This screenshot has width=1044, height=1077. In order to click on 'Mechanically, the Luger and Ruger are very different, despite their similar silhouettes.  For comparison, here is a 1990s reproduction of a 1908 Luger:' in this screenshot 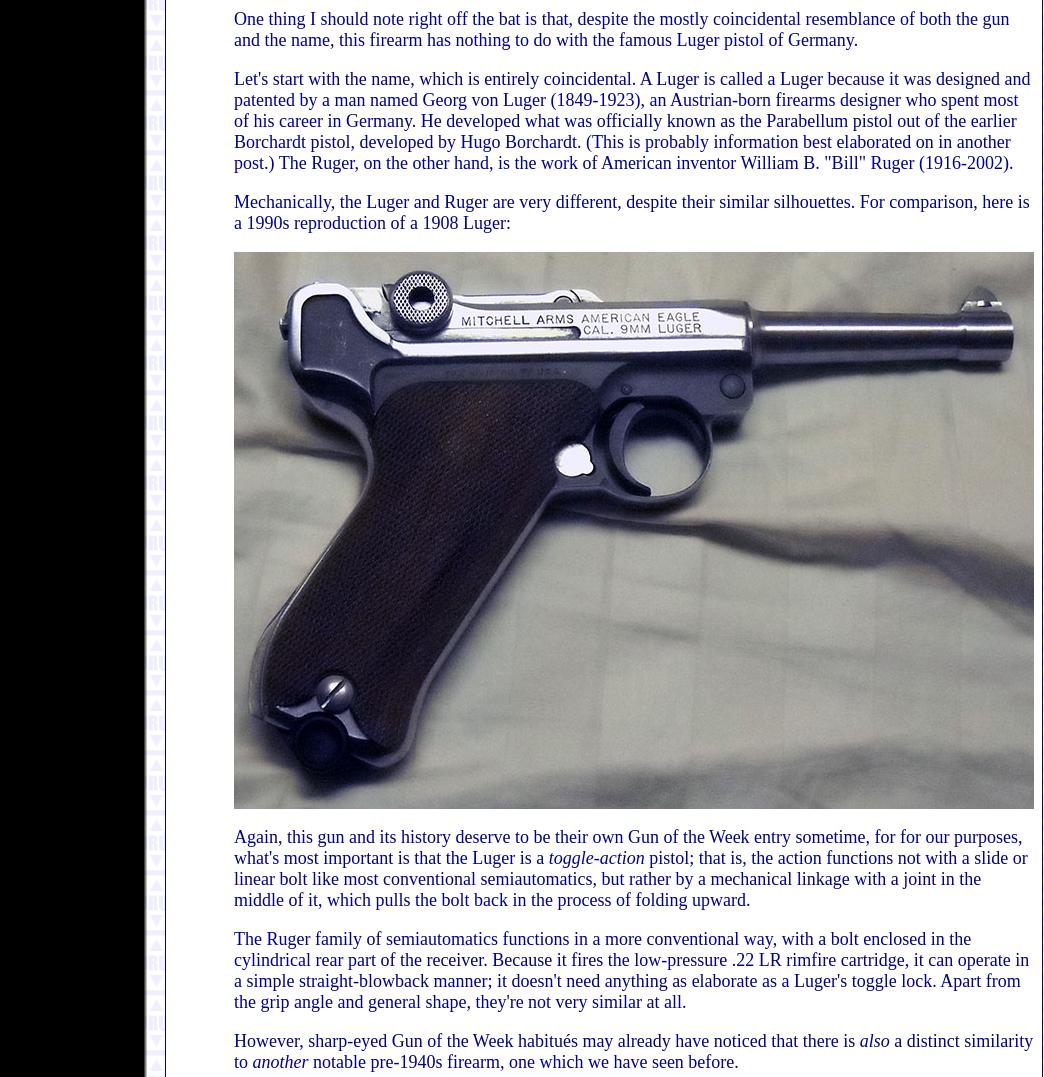, I will do `click(631, 212)`.